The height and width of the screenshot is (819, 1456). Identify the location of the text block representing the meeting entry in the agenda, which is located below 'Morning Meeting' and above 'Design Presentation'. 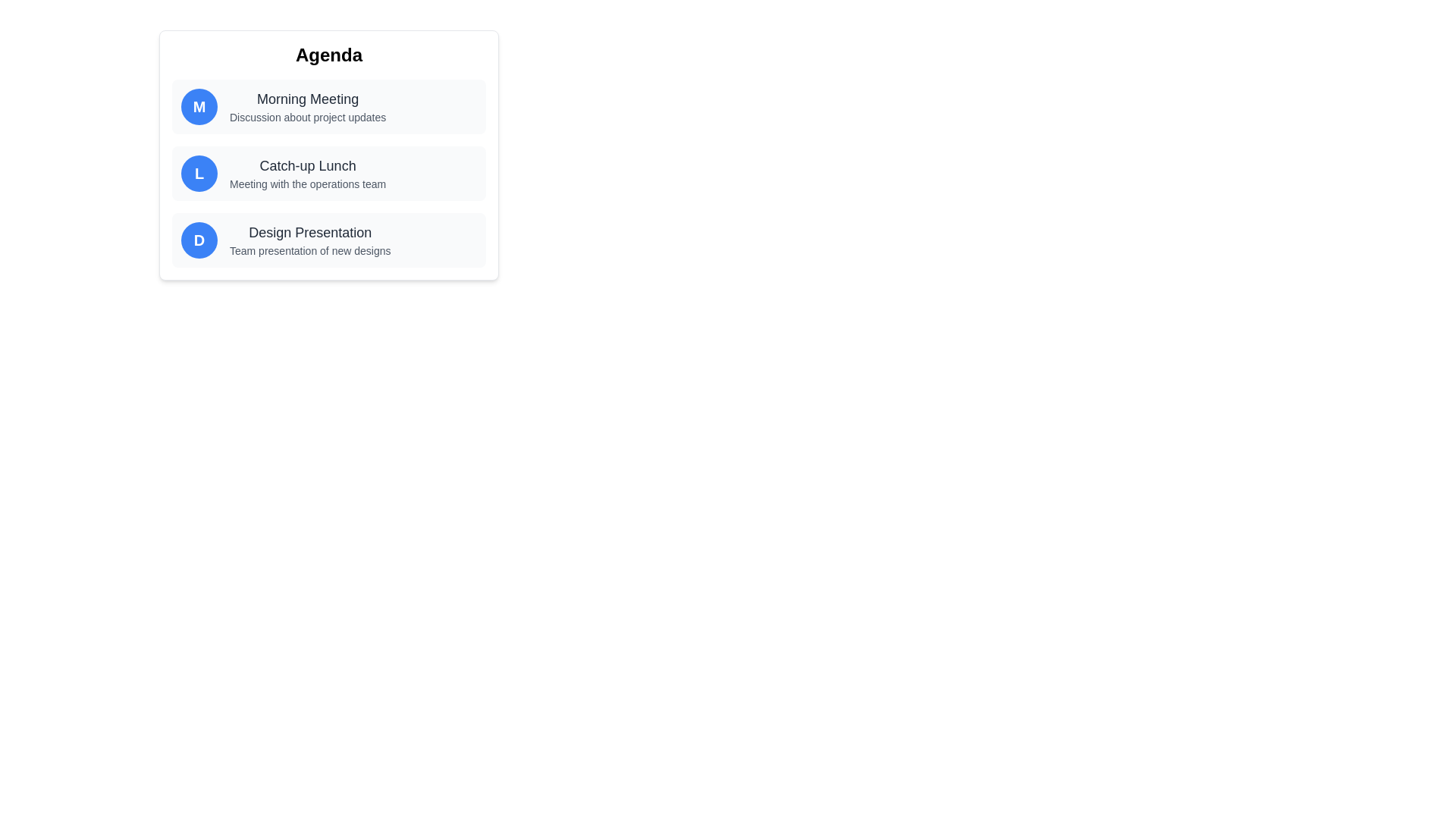
(307, 172).